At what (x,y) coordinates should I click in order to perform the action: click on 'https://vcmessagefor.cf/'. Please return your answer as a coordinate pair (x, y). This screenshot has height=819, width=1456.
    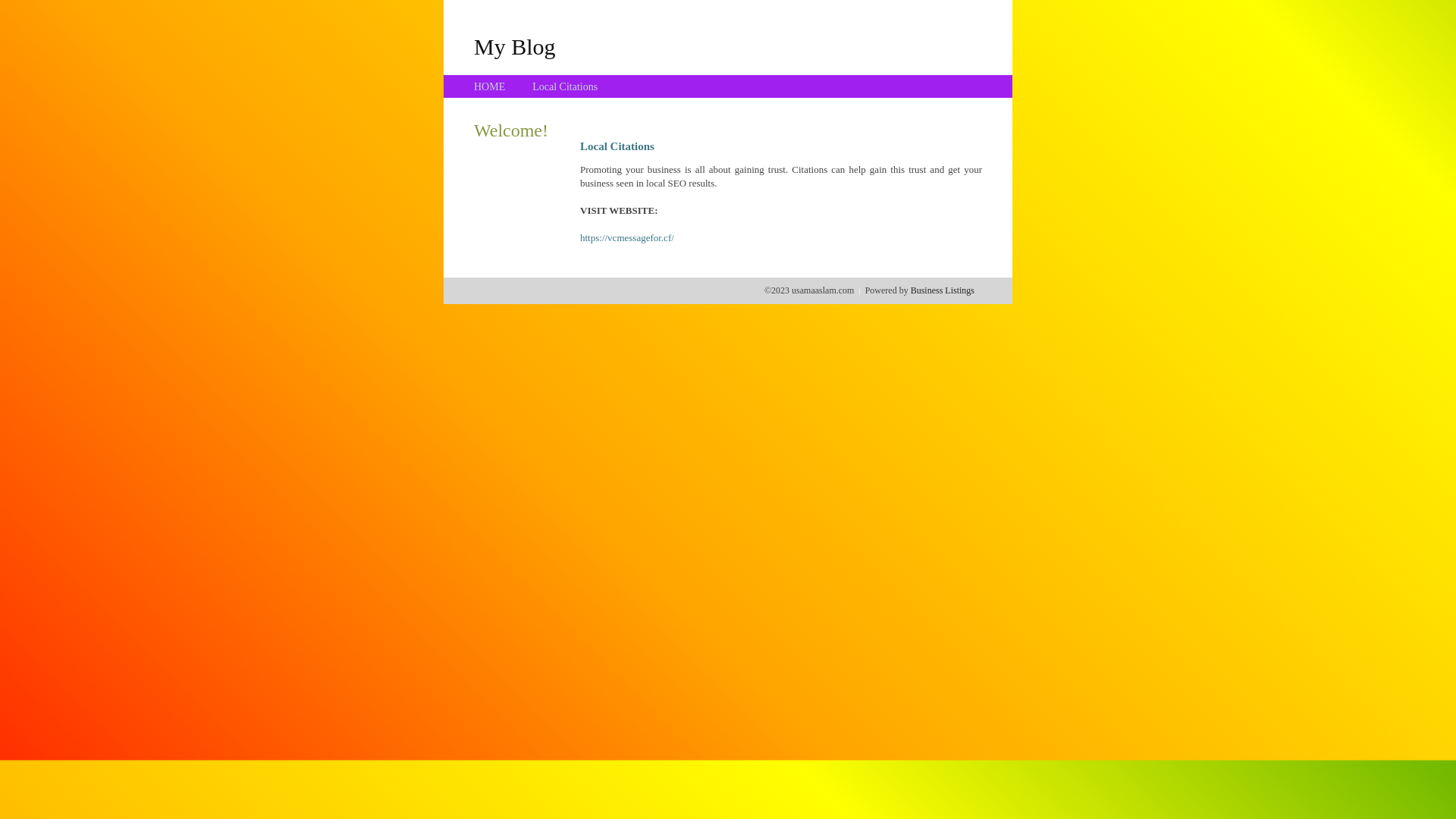
    Looking at the image, I should click on (626, 237).